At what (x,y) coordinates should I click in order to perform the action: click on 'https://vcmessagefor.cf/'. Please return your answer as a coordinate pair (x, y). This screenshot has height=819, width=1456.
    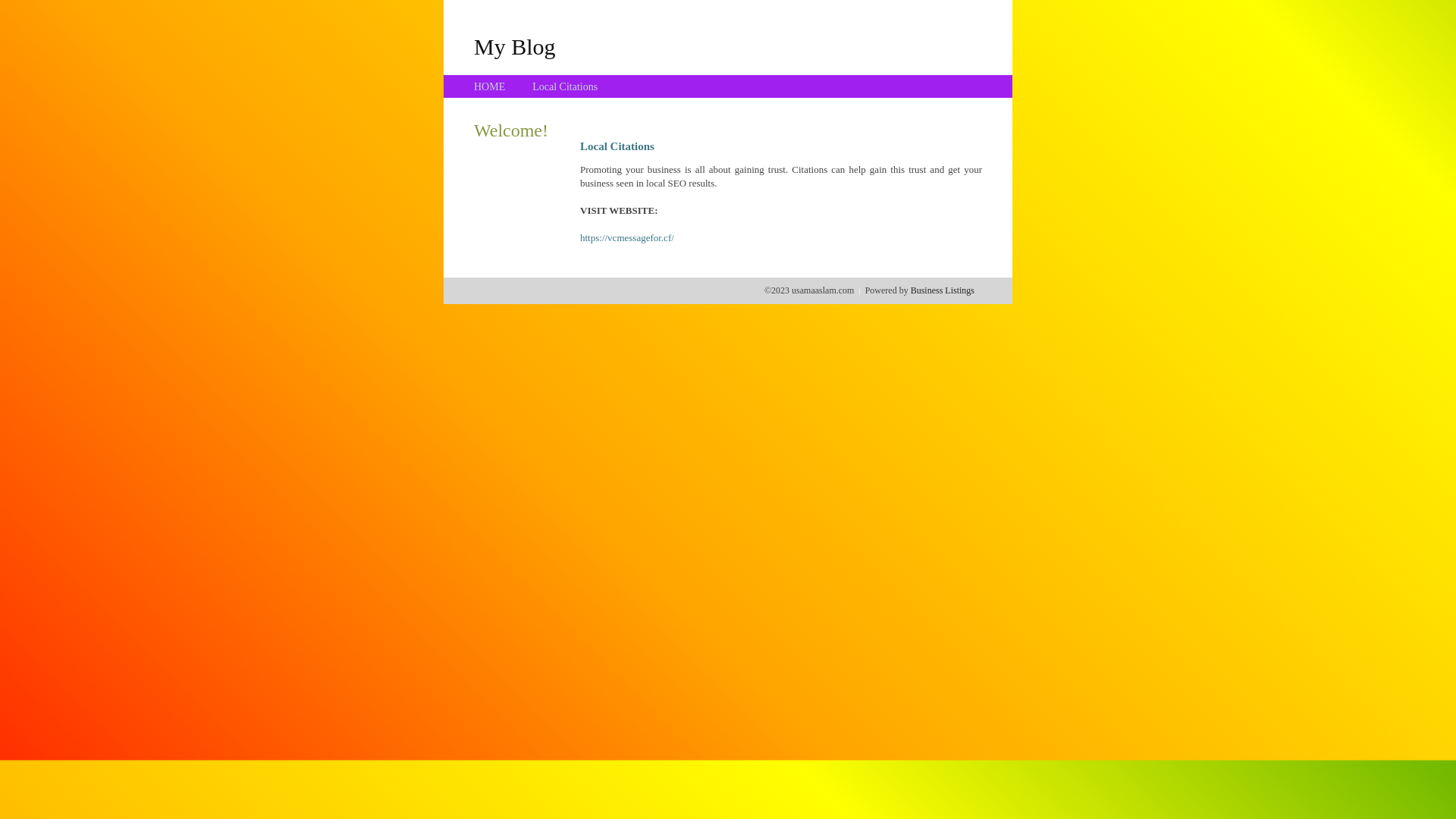
    Looking at the image, I should click on (626, 237).